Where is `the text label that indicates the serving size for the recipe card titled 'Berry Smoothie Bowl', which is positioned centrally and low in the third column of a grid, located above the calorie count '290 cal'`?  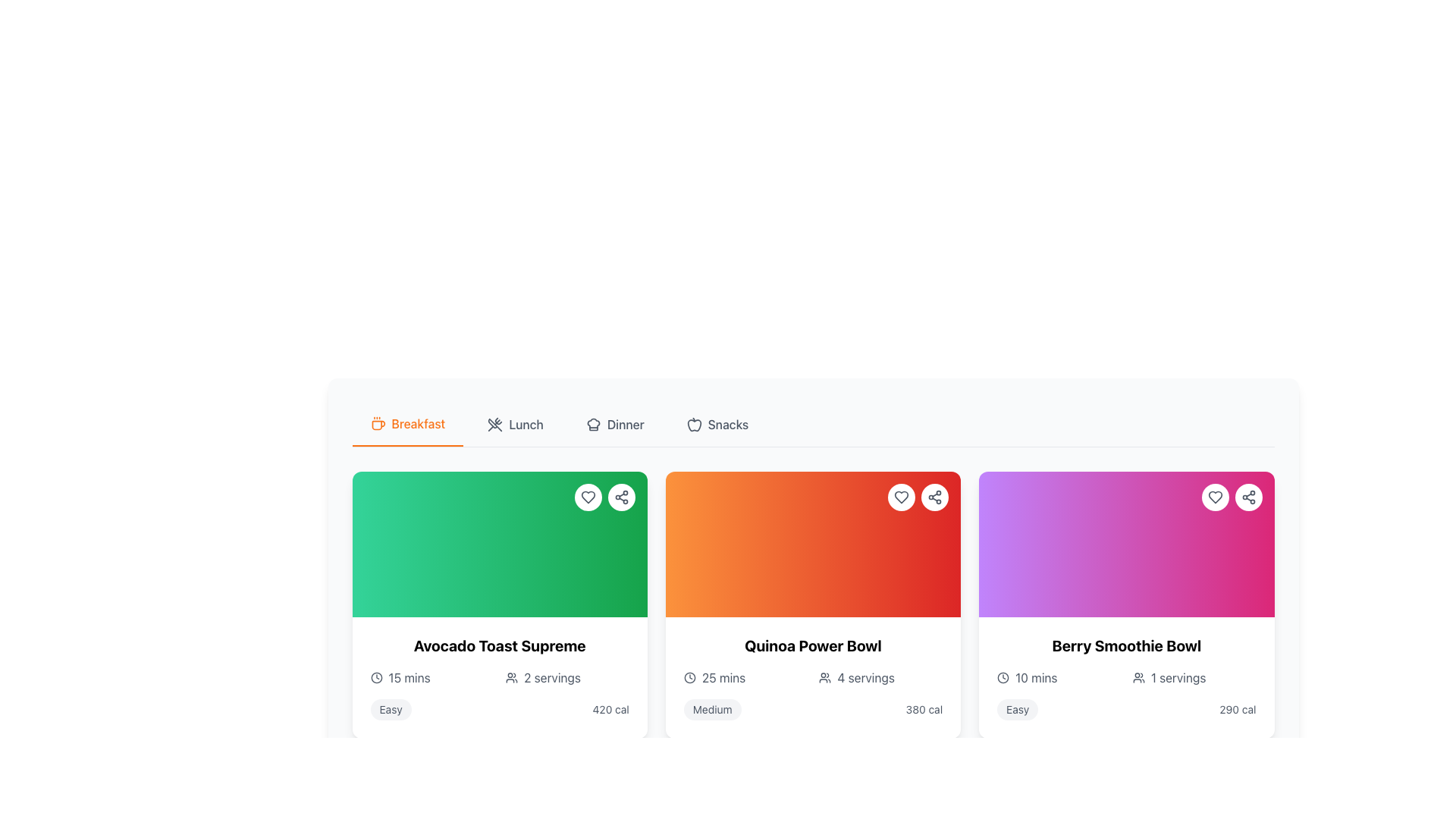
the text label that indicates the serving size for the recipe card titled 'Berry Smoothie Bowl', which is positioned centrally and low in the third column of a grid, located above the calorie count '290 cal' is located at coordinates (1178, 677).